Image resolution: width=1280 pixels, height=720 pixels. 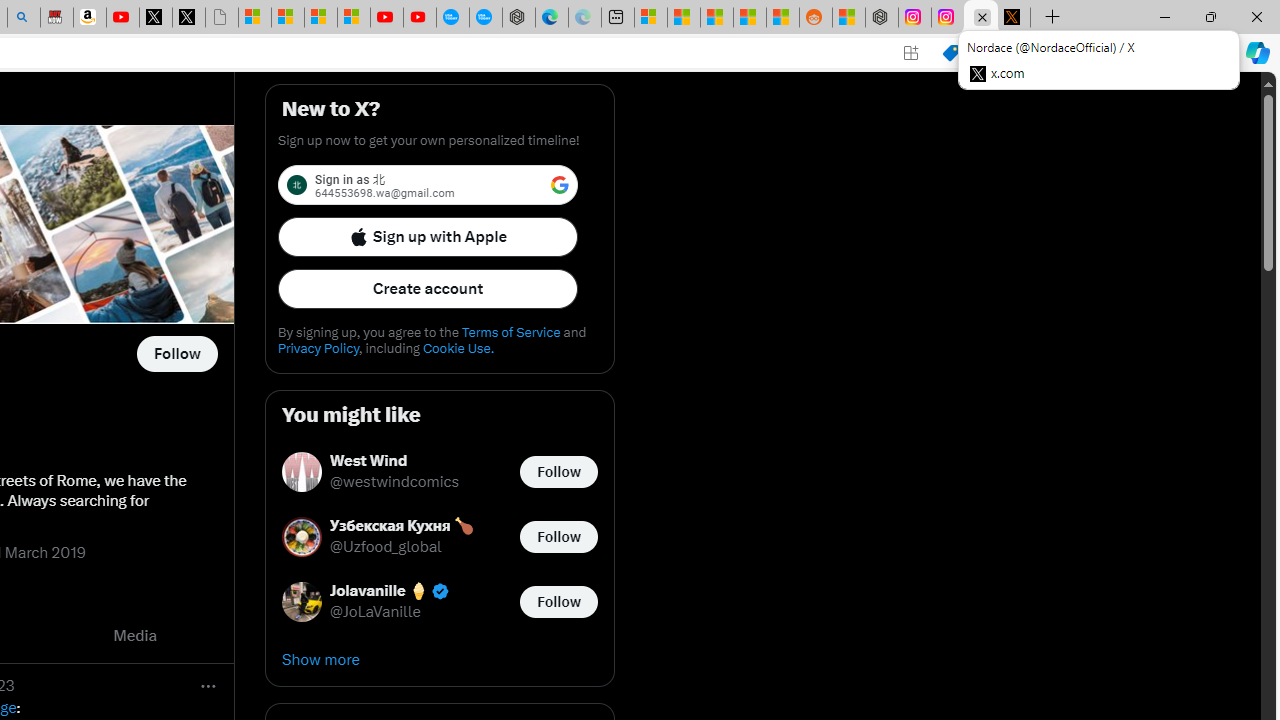 I want to click on 'Microsoft account | Microsoft Account Privacy Settings', so click(x=650, y=17).